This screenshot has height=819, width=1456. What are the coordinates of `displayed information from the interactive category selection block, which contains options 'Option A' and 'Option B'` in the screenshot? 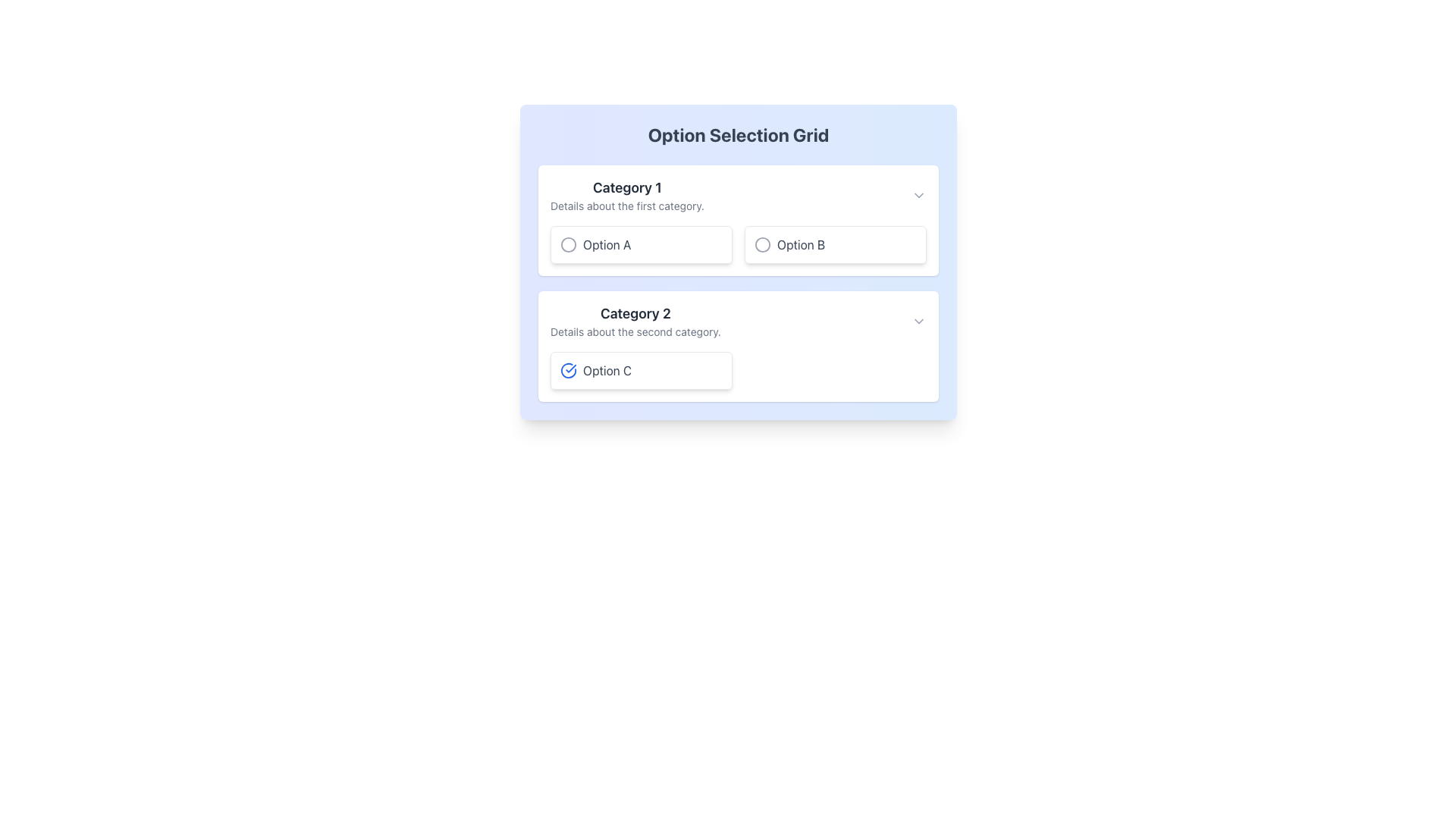 It's located at (739, 220).